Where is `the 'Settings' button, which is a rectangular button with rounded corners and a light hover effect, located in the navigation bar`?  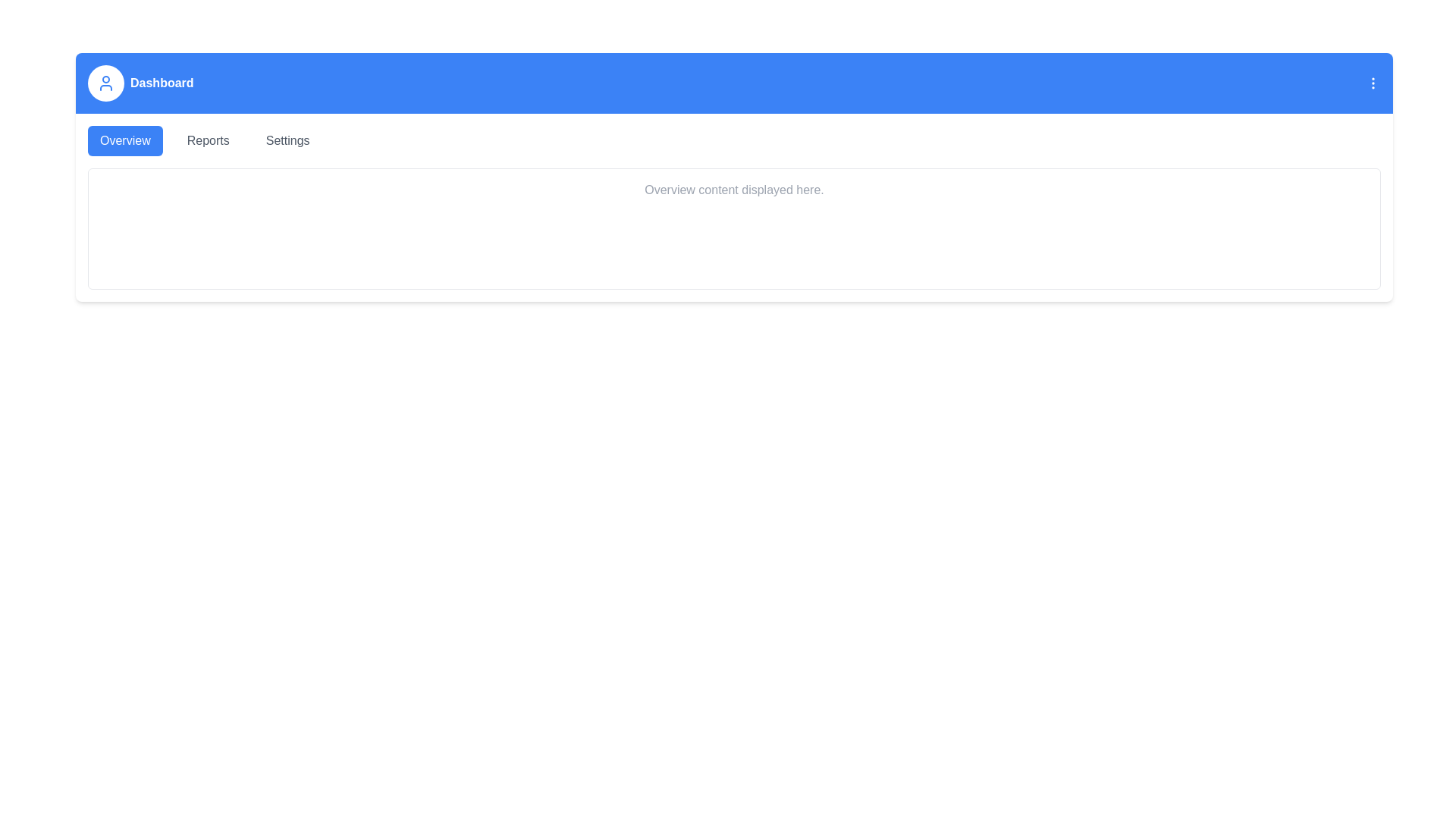
the 'Settings' button, which is a rectangular button with rounded corners and a light hover effect, located in the navigation bar is located at coordinates (287, 140).